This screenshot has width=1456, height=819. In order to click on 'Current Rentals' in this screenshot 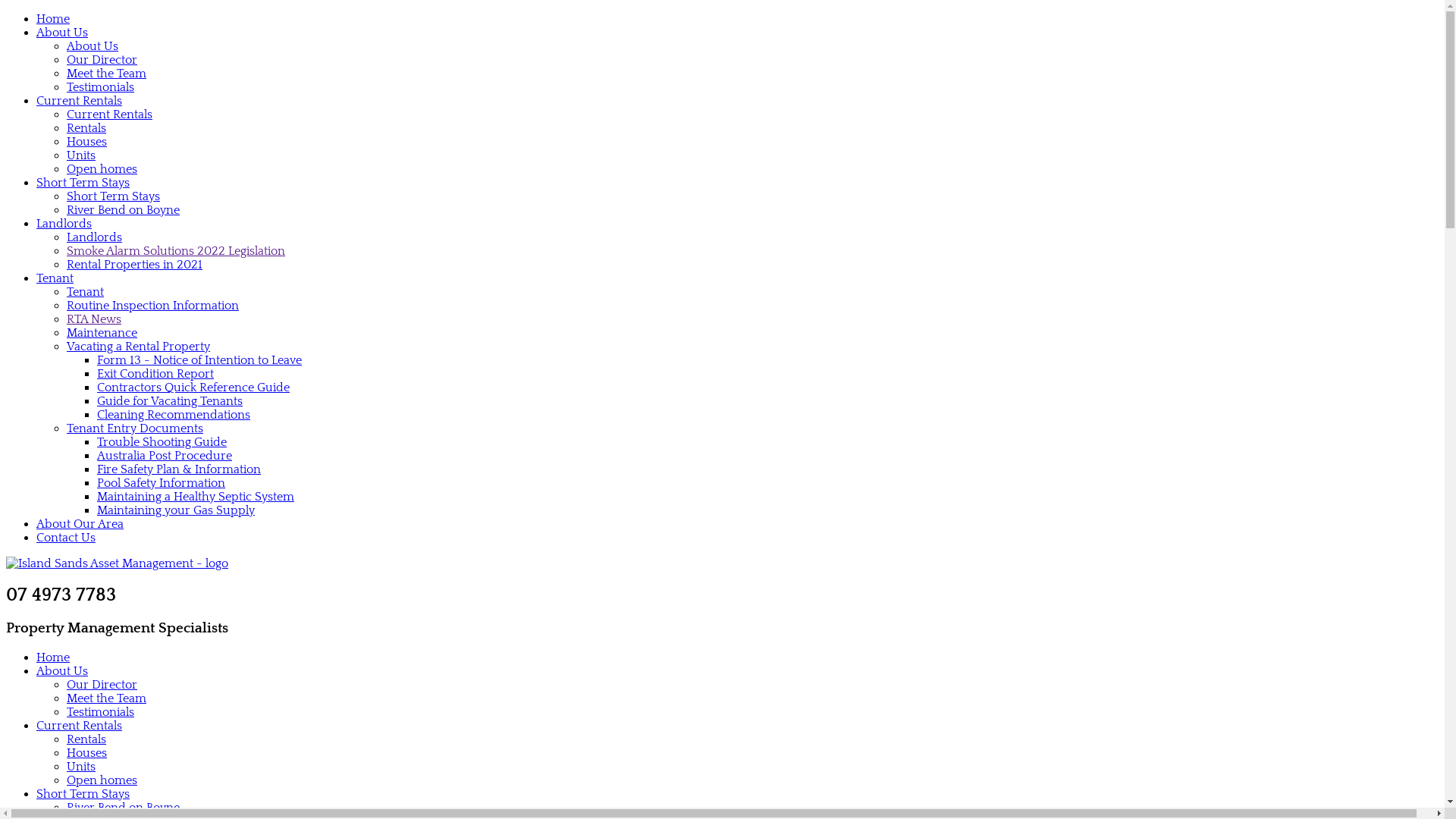, I will do `click(78, 724)`.